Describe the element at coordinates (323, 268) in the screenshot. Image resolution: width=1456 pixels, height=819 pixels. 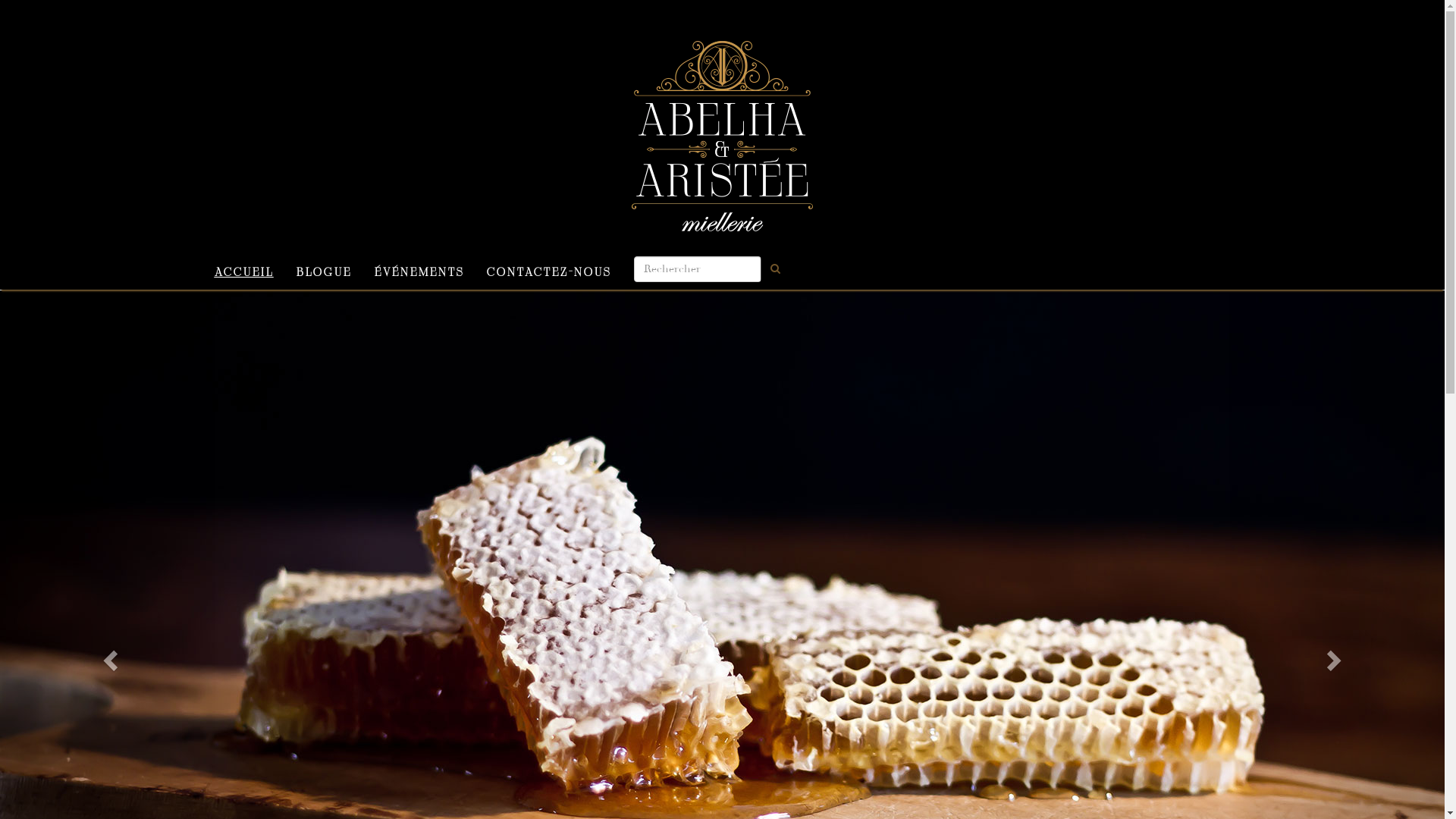
I see `'BLOGUE'` at that location.